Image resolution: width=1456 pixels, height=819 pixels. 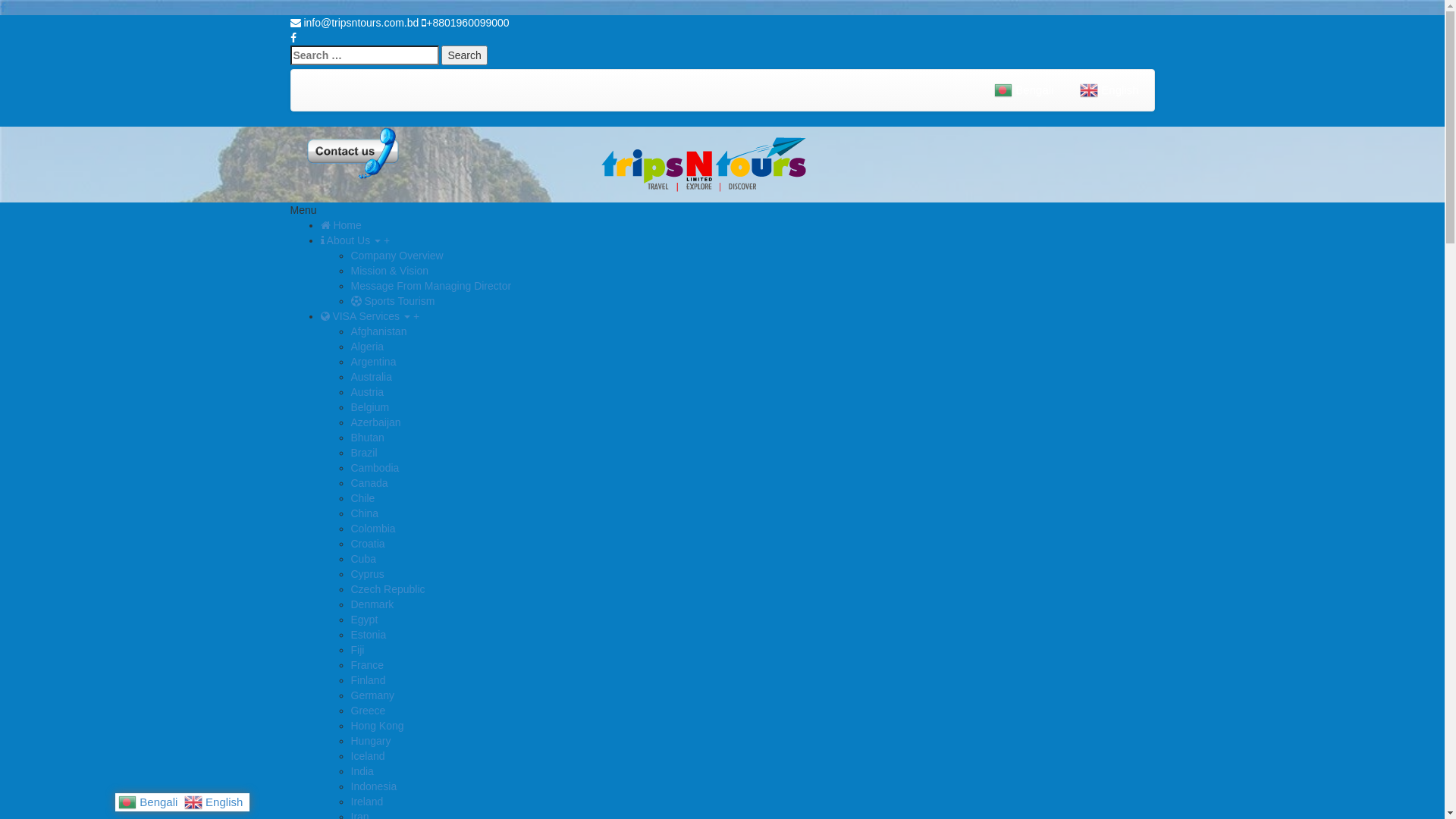 I want to click on 'France', so click(x=367, y=664).